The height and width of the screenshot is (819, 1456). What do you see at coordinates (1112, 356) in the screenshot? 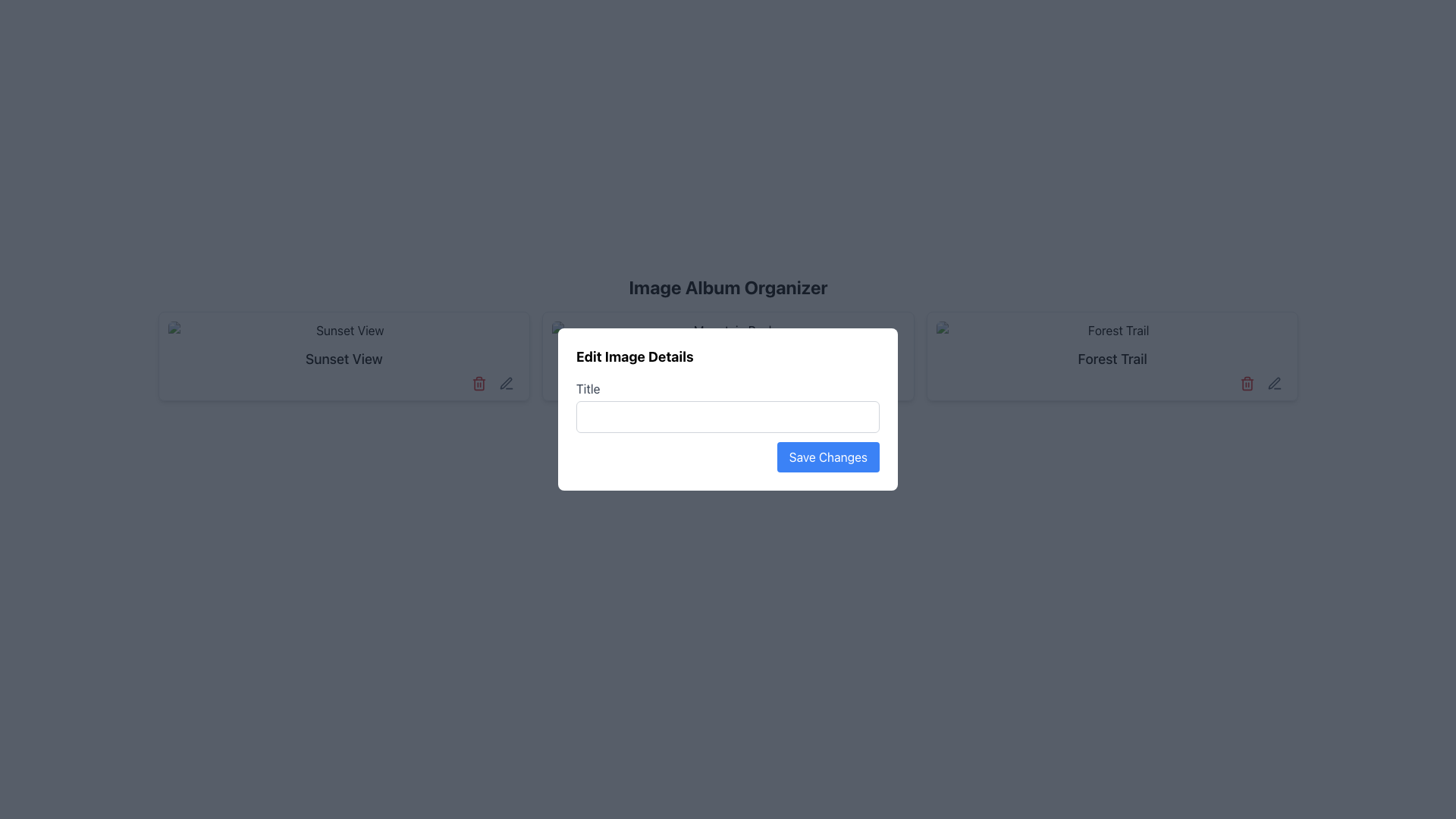
I see `the visually distinctive card representing the 'Forest Trail' album, which is the last card in a horizontal arrangement of three cards inside a grid layout` at bounding box center [1112, 356].